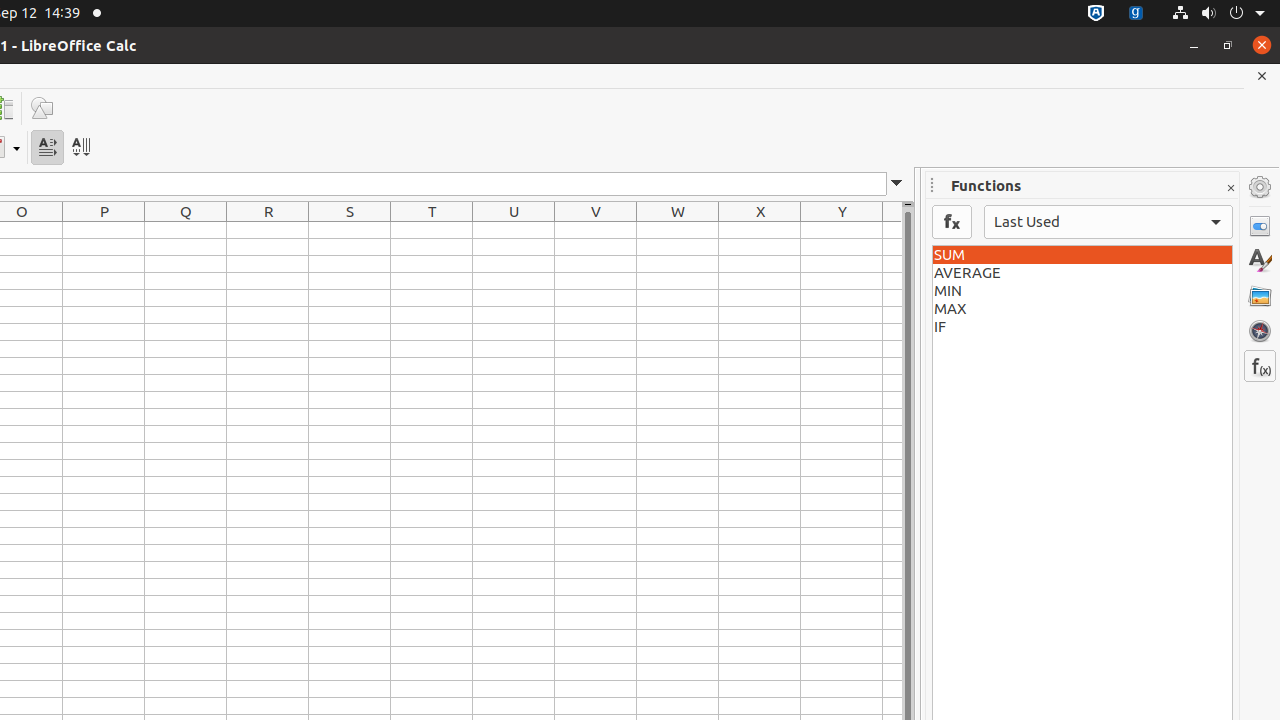  What do you see at coordinates (594, 229) in the screenshot?
I see `'V1'` at bounding box center [594, 229].